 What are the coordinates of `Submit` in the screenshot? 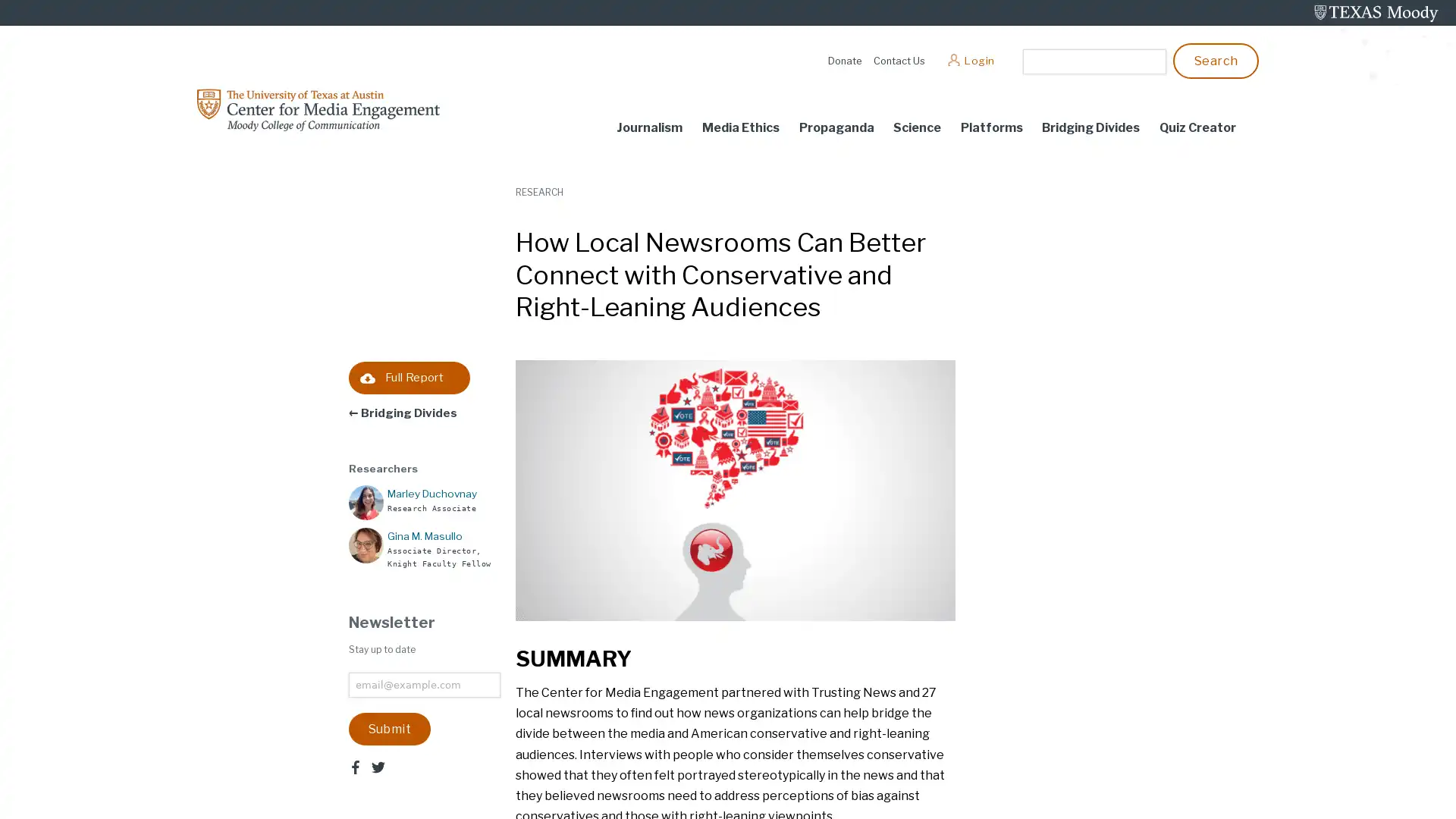 It's located at (389, 727).